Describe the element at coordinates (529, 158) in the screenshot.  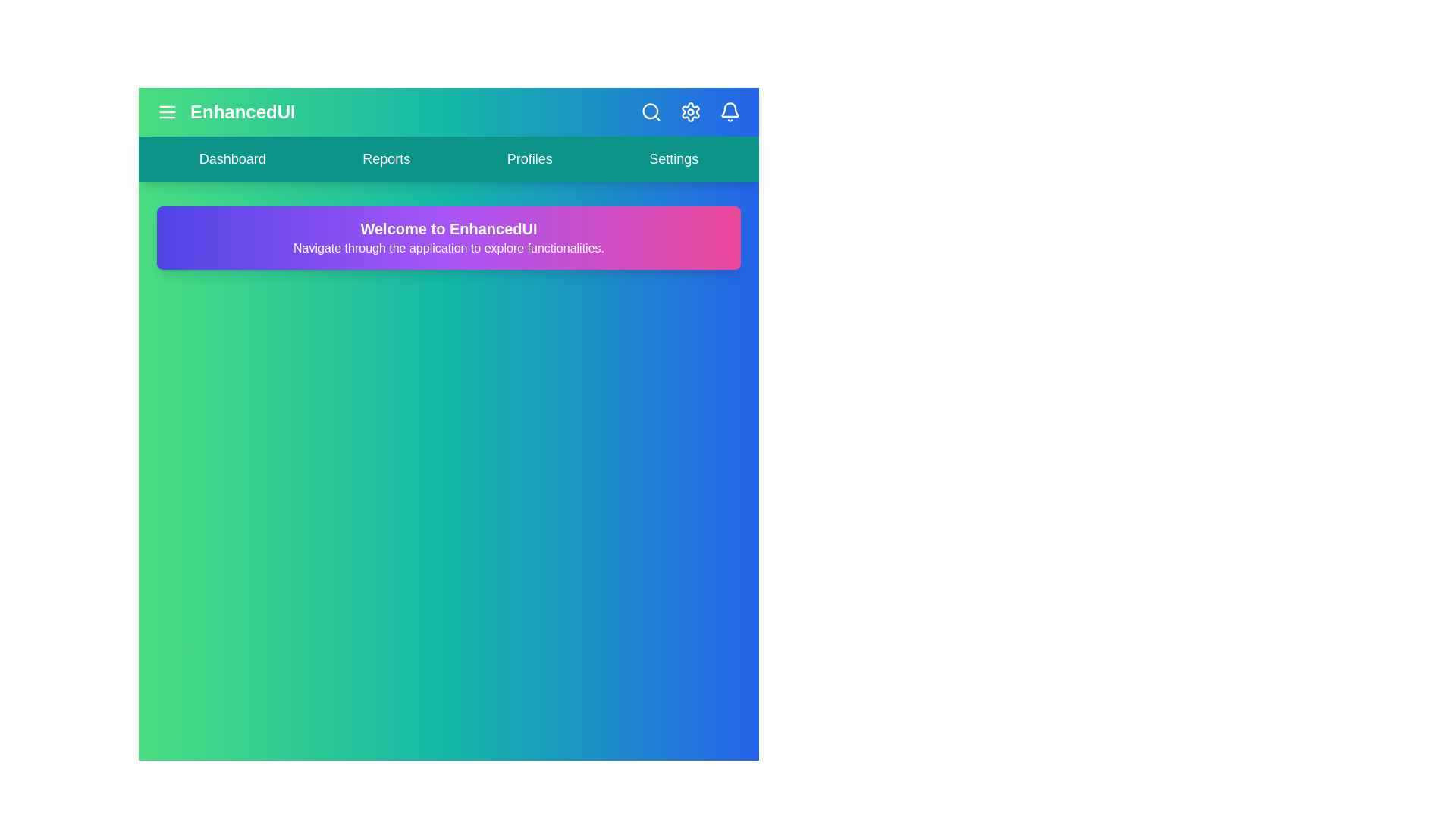
I see `the navigation link labeled Profiles to navigate to the corresponding section` at that location.